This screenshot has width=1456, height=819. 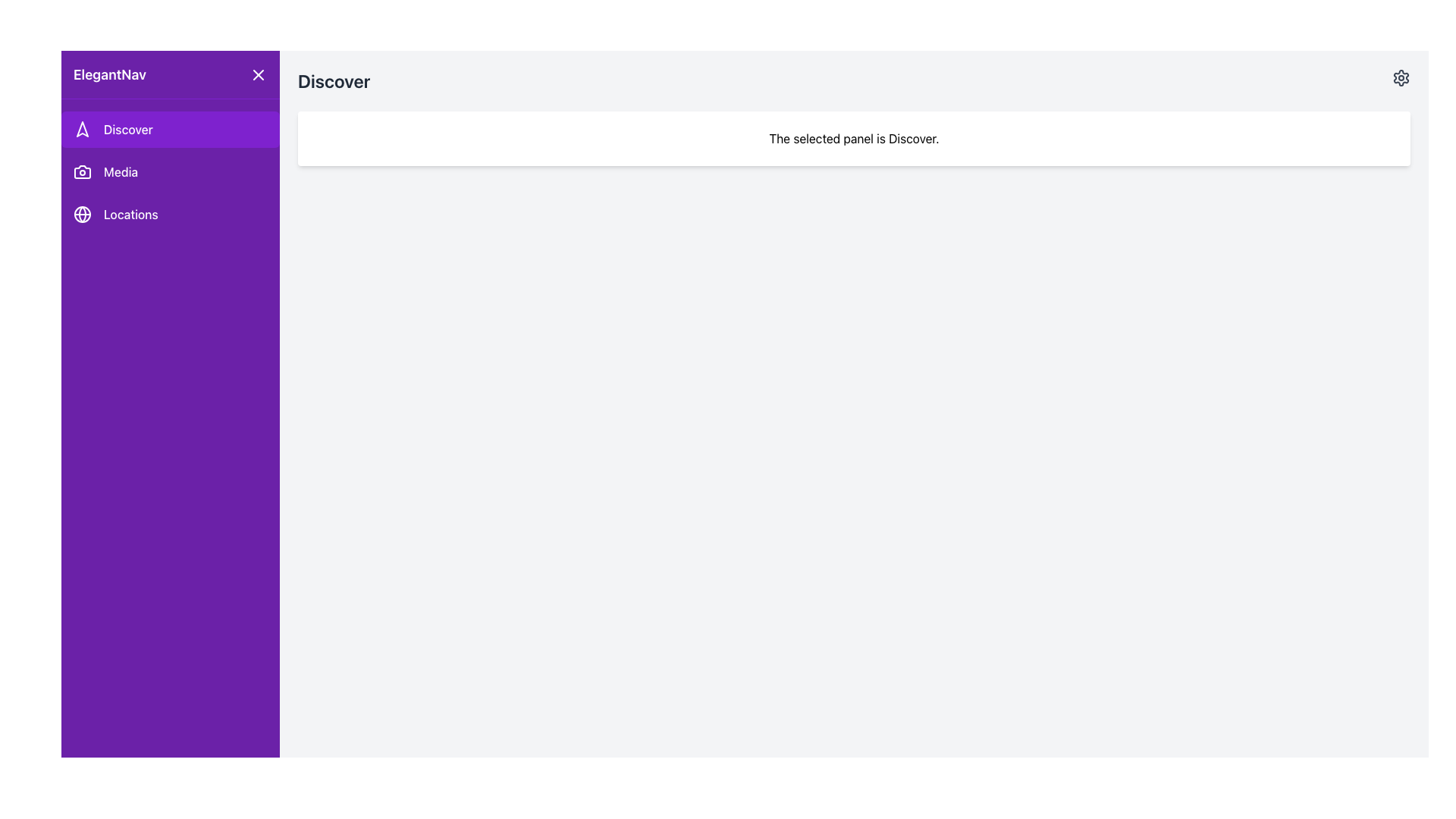 I want to click on the 'Locations' text label in the purple sidebar, so click(x=130, y=214).